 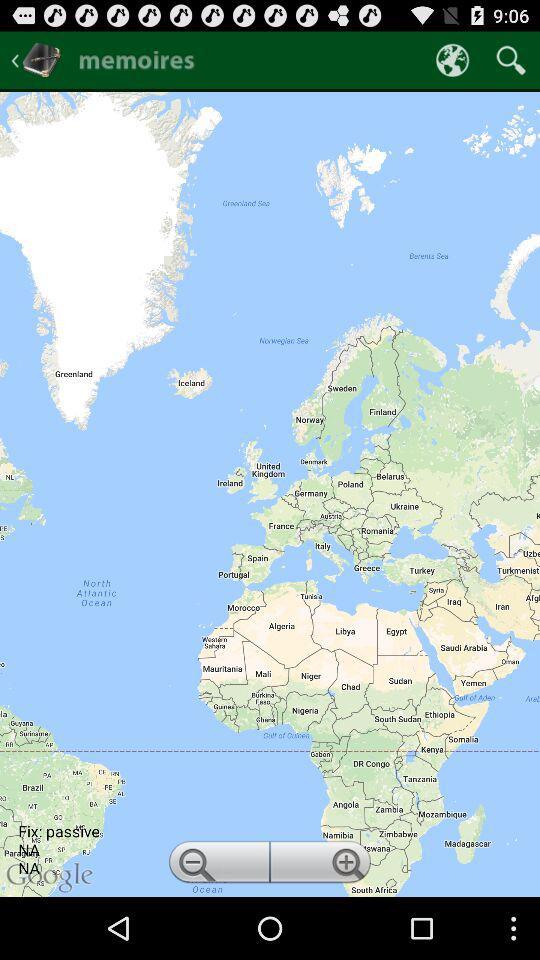 What do you see at coordinates (511, 64) in the screenshot?
I see `the search icon` at bounding box center [511, 64].